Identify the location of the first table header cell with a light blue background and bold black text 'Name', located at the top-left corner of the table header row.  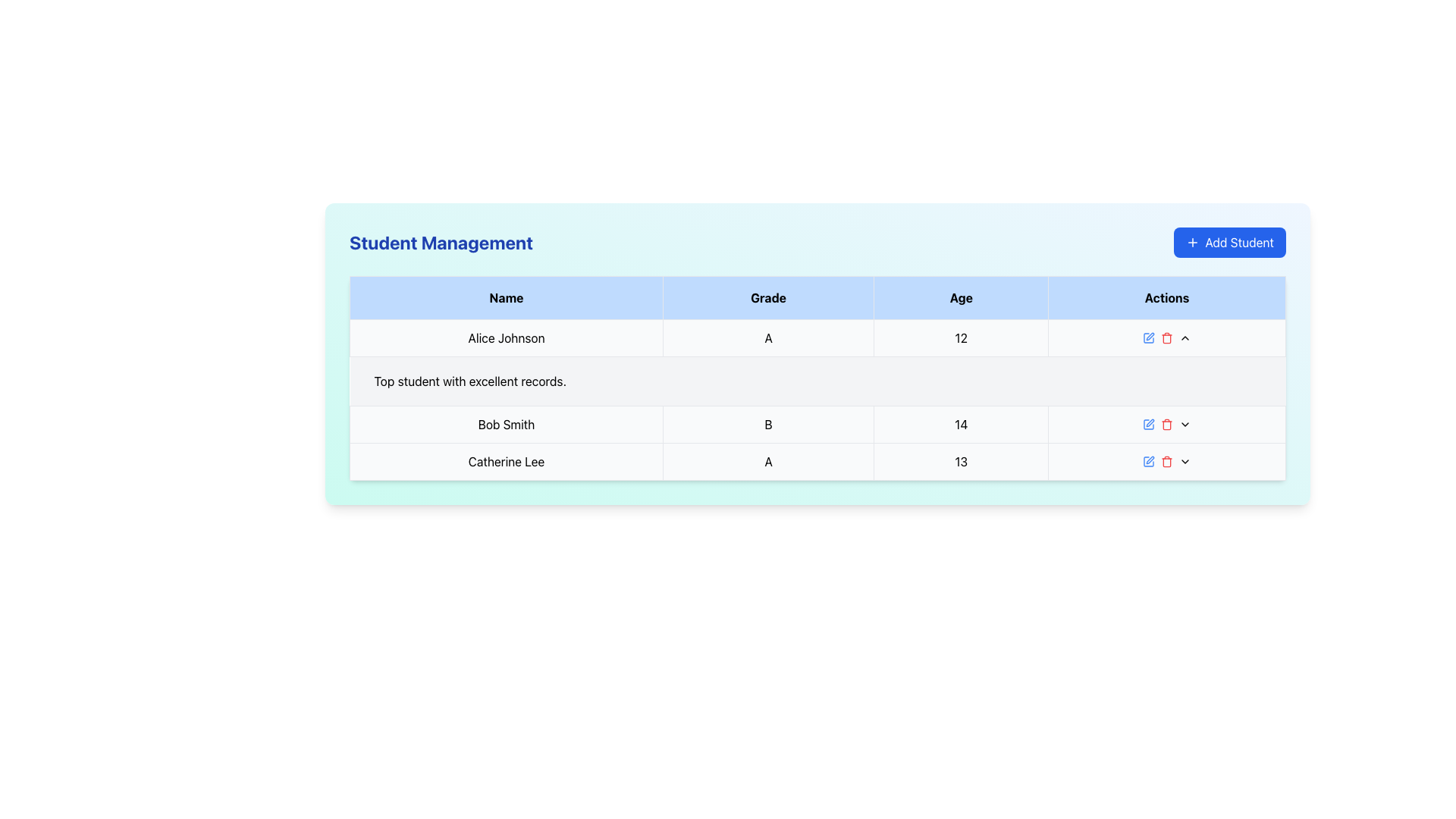
(506, 298).